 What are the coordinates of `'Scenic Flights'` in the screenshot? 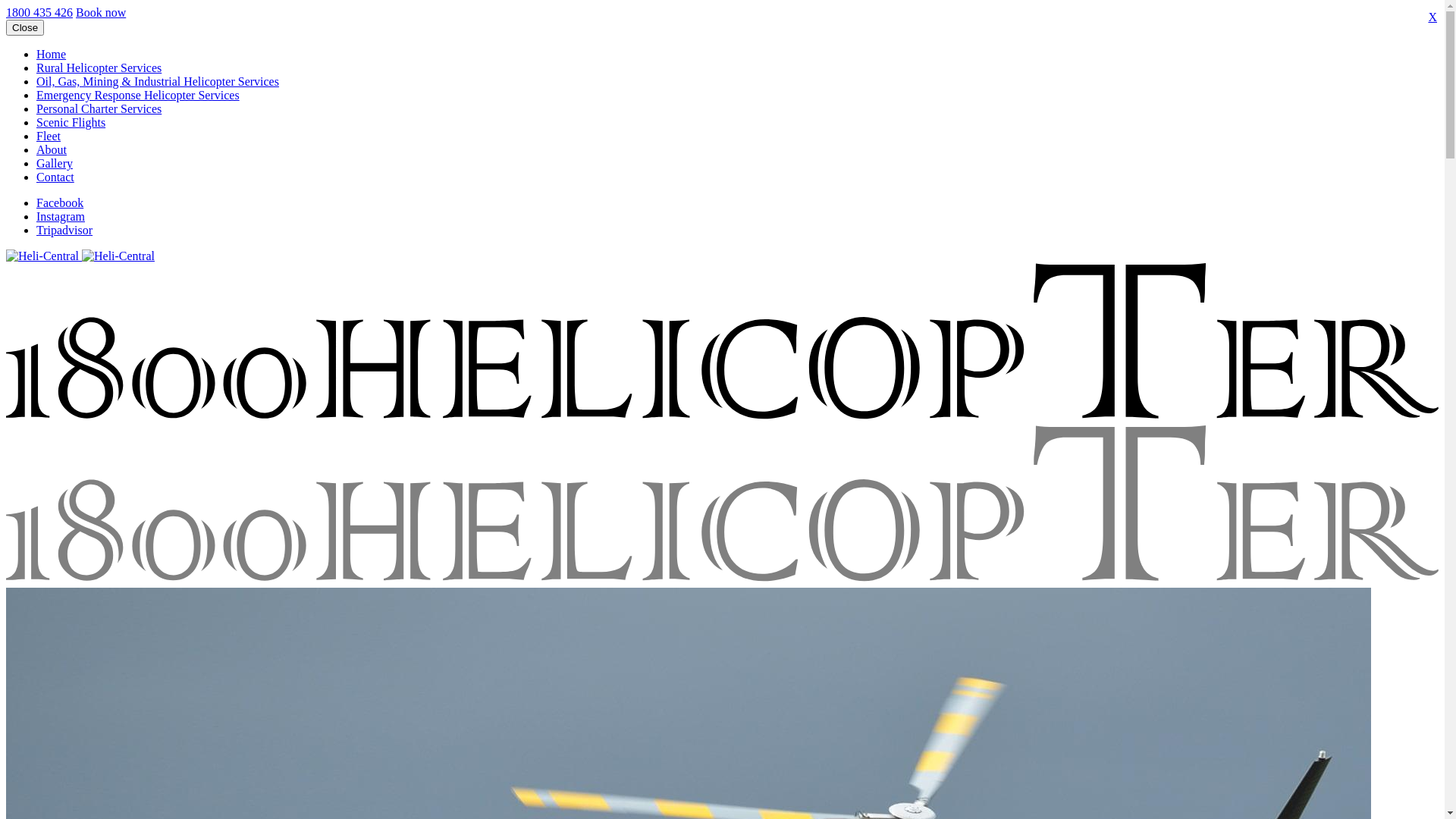 It's located at (70, 121).